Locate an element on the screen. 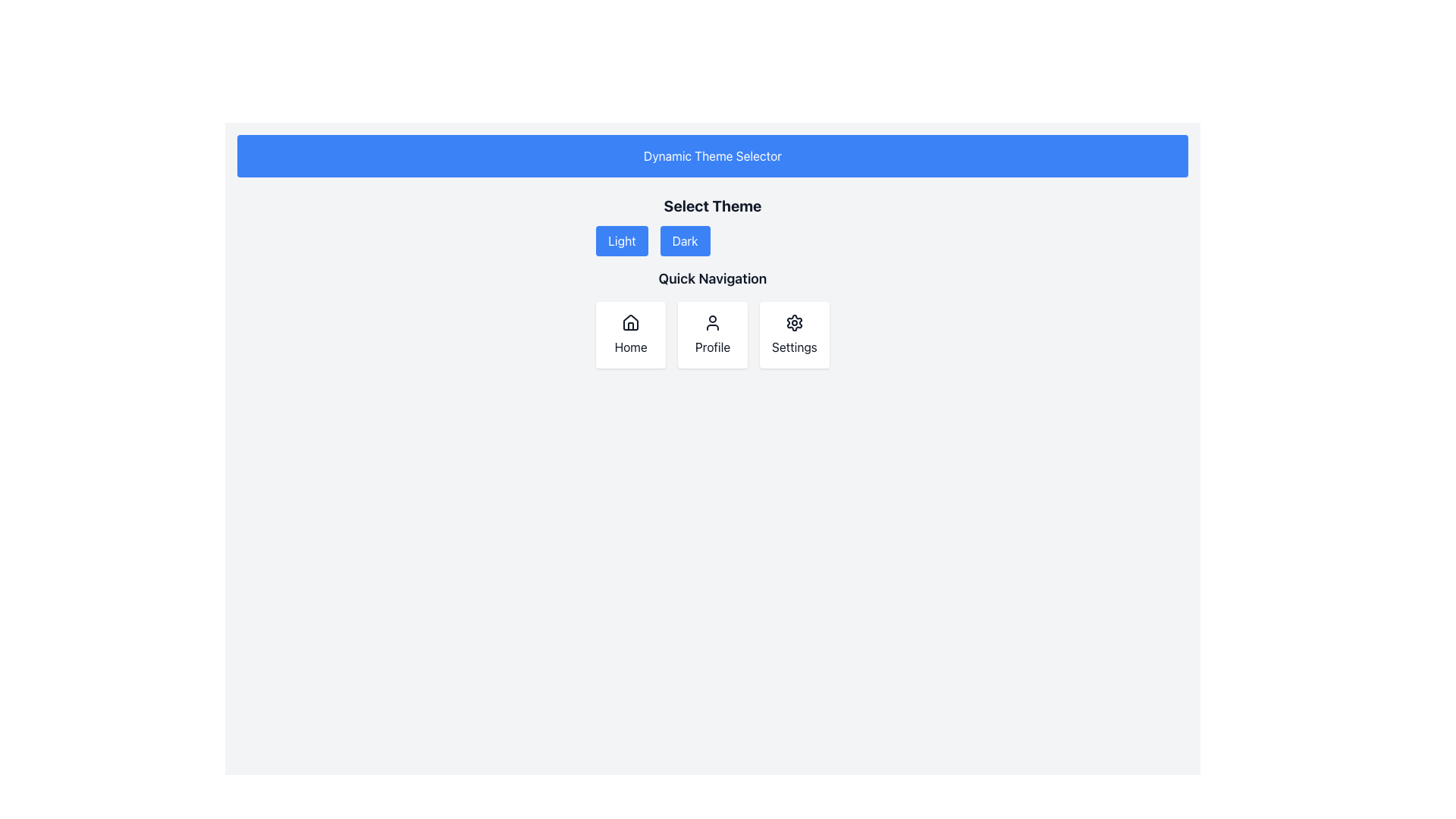  the house icon located at the top of the 'Home' navigation card is located at coordinates (631, 322).